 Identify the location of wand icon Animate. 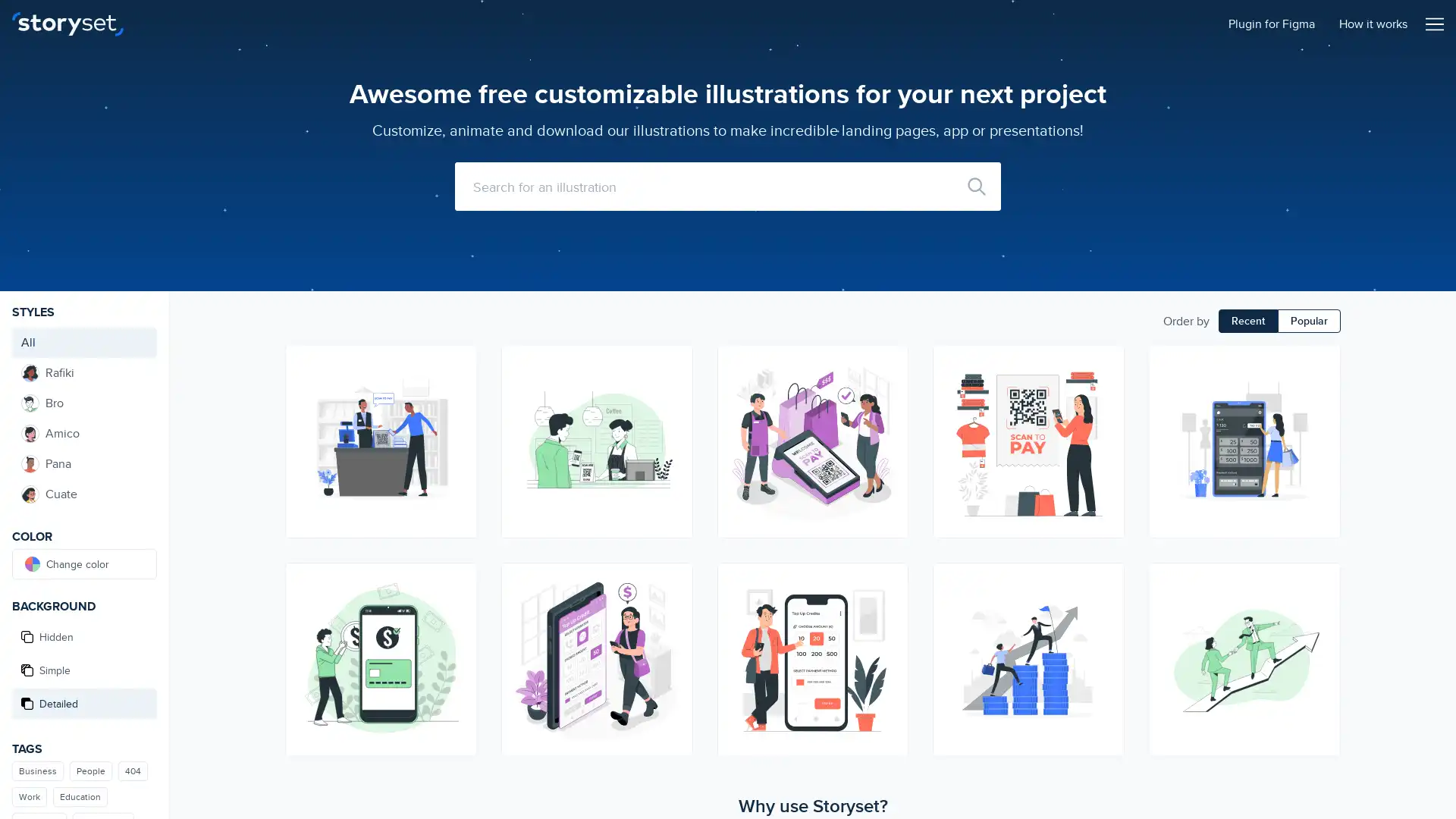
(1106, 580).